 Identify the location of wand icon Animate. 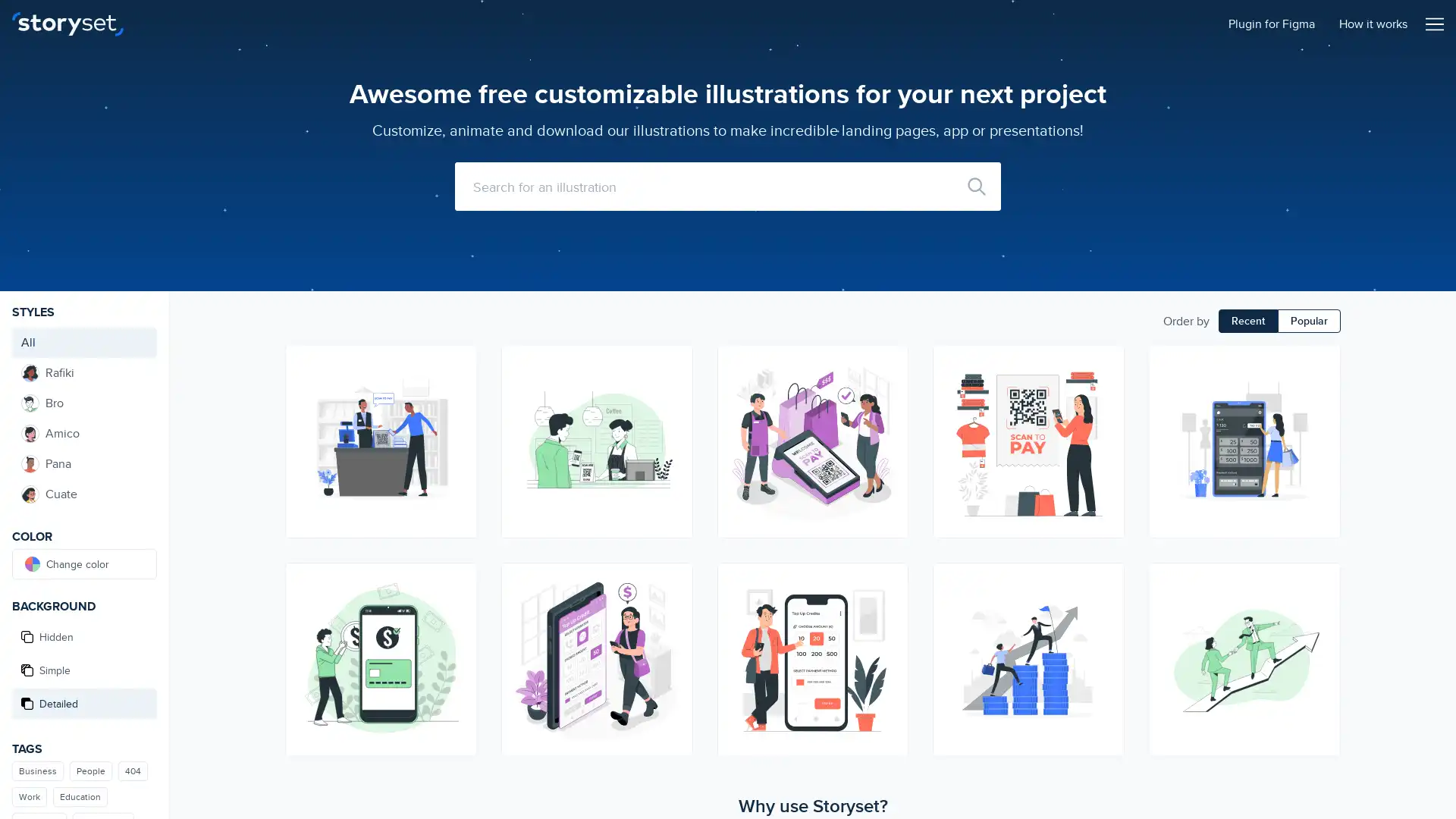
(1106, 580).